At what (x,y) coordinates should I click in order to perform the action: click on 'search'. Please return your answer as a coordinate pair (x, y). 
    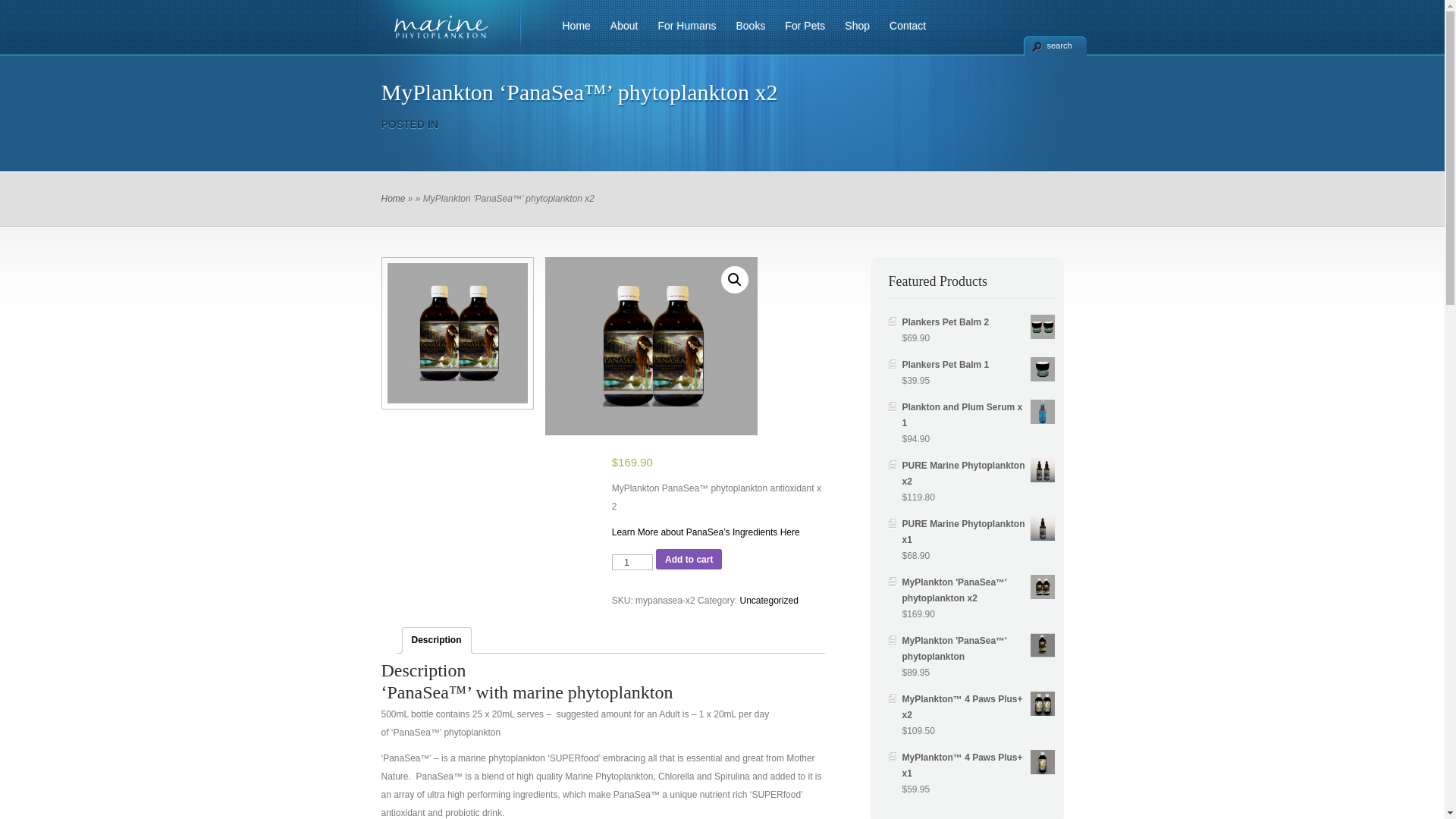
    Looking at the image, I should click on (1054, 45).